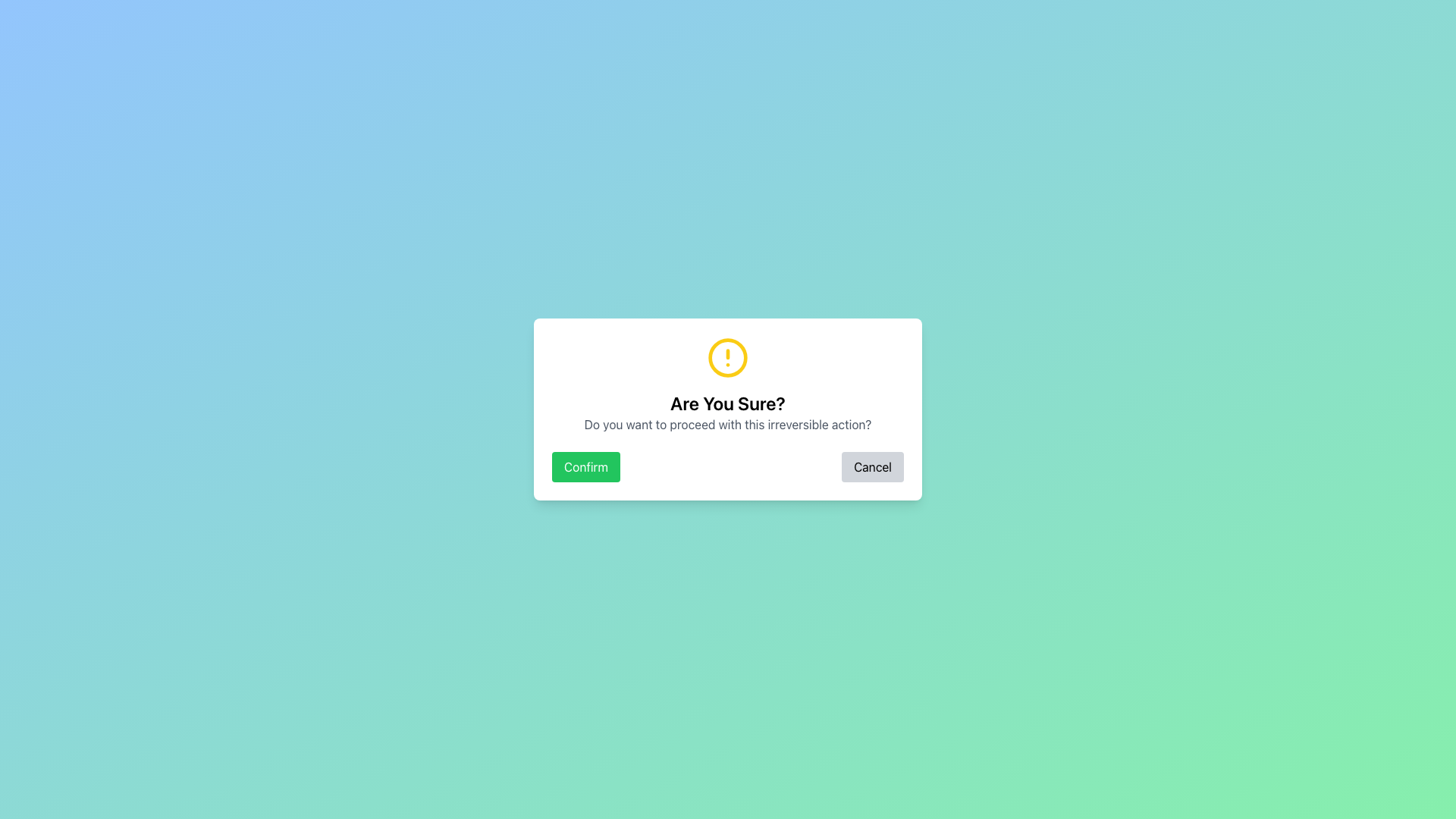  Describe the element at coordinates (873, 466) in the screenshot. I see `the 'Cancel' button located in the bottom-right corner of the modal dialog box` at that location.